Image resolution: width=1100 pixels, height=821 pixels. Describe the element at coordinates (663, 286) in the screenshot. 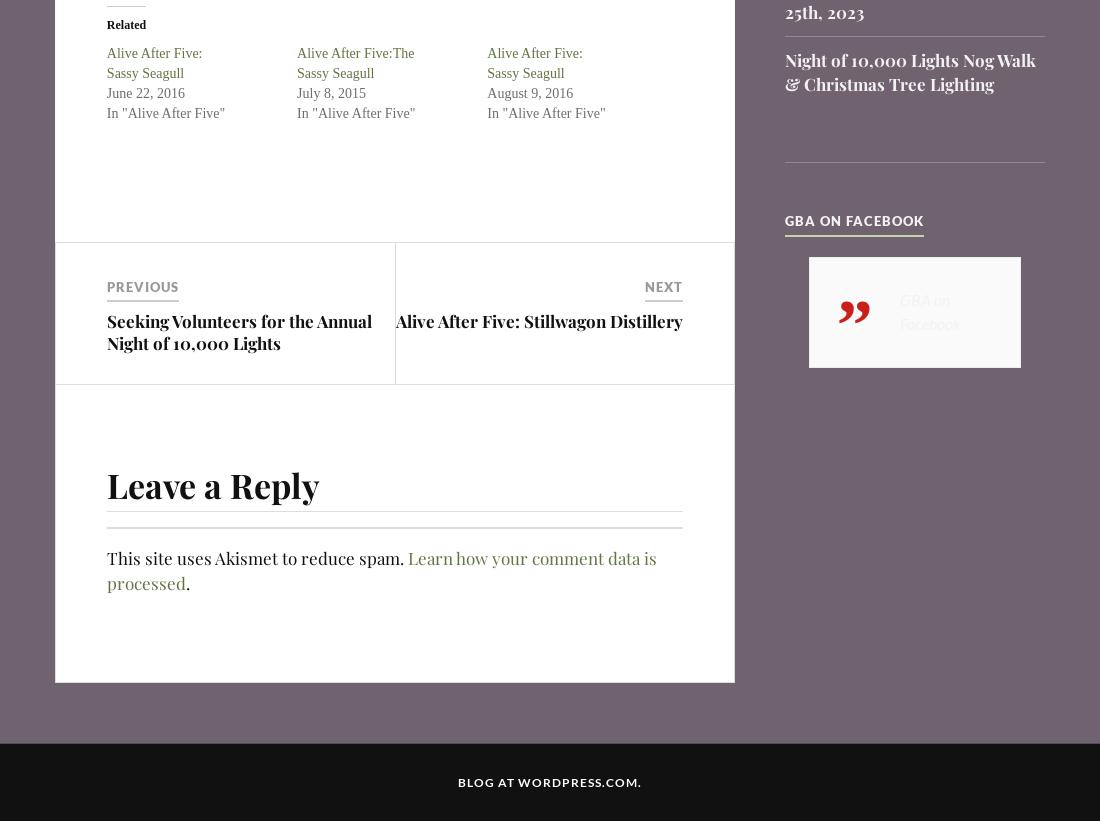

I see `'Next'` at that location.